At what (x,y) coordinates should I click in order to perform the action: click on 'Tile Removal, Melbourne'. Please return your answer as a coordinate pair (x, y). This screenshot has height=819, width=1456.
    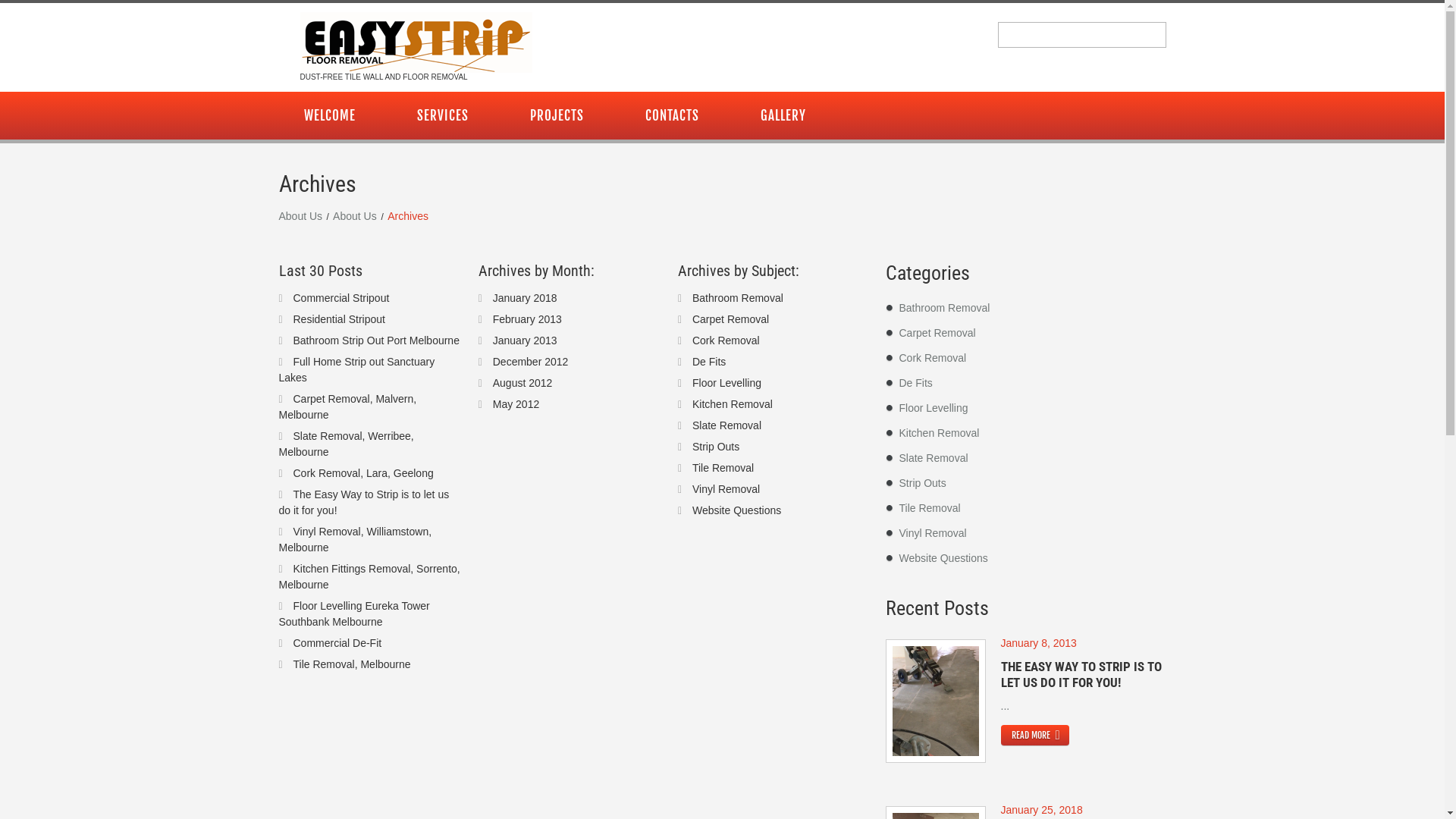
    Looking at the image, I should click on (292, 663).